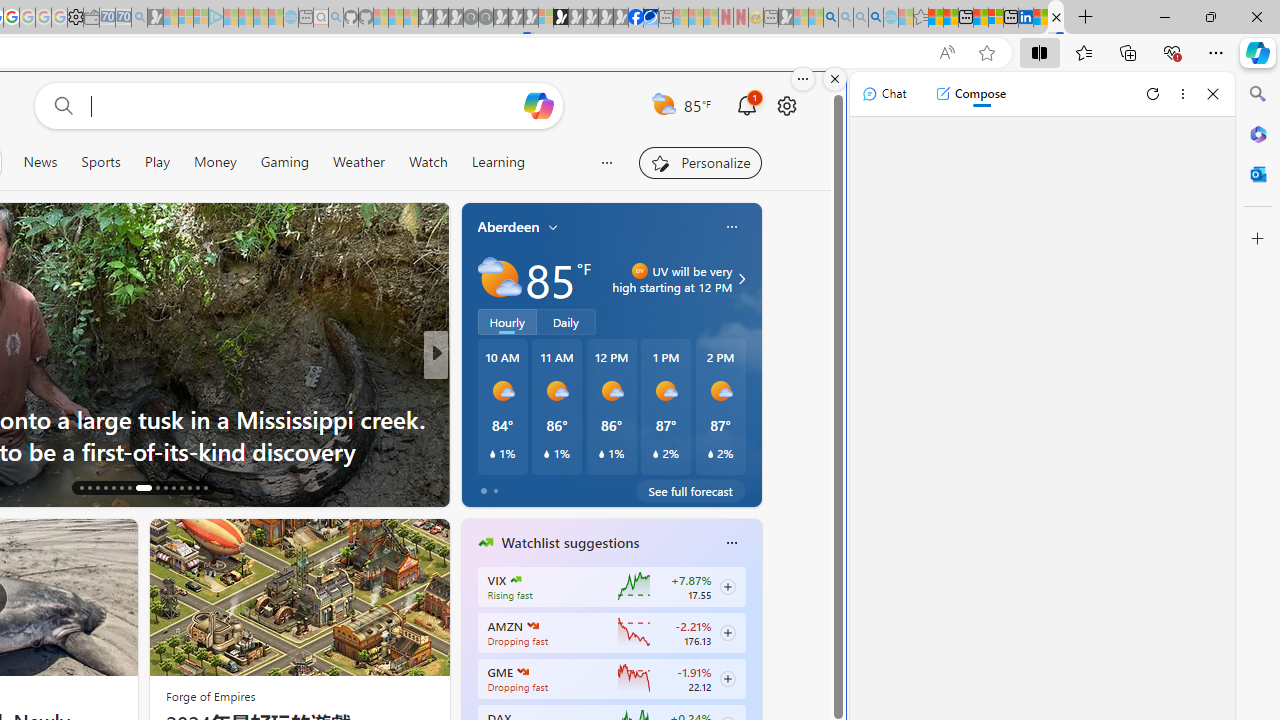  I want to click on 'AutomationID: tab-23', so click(139, 488).